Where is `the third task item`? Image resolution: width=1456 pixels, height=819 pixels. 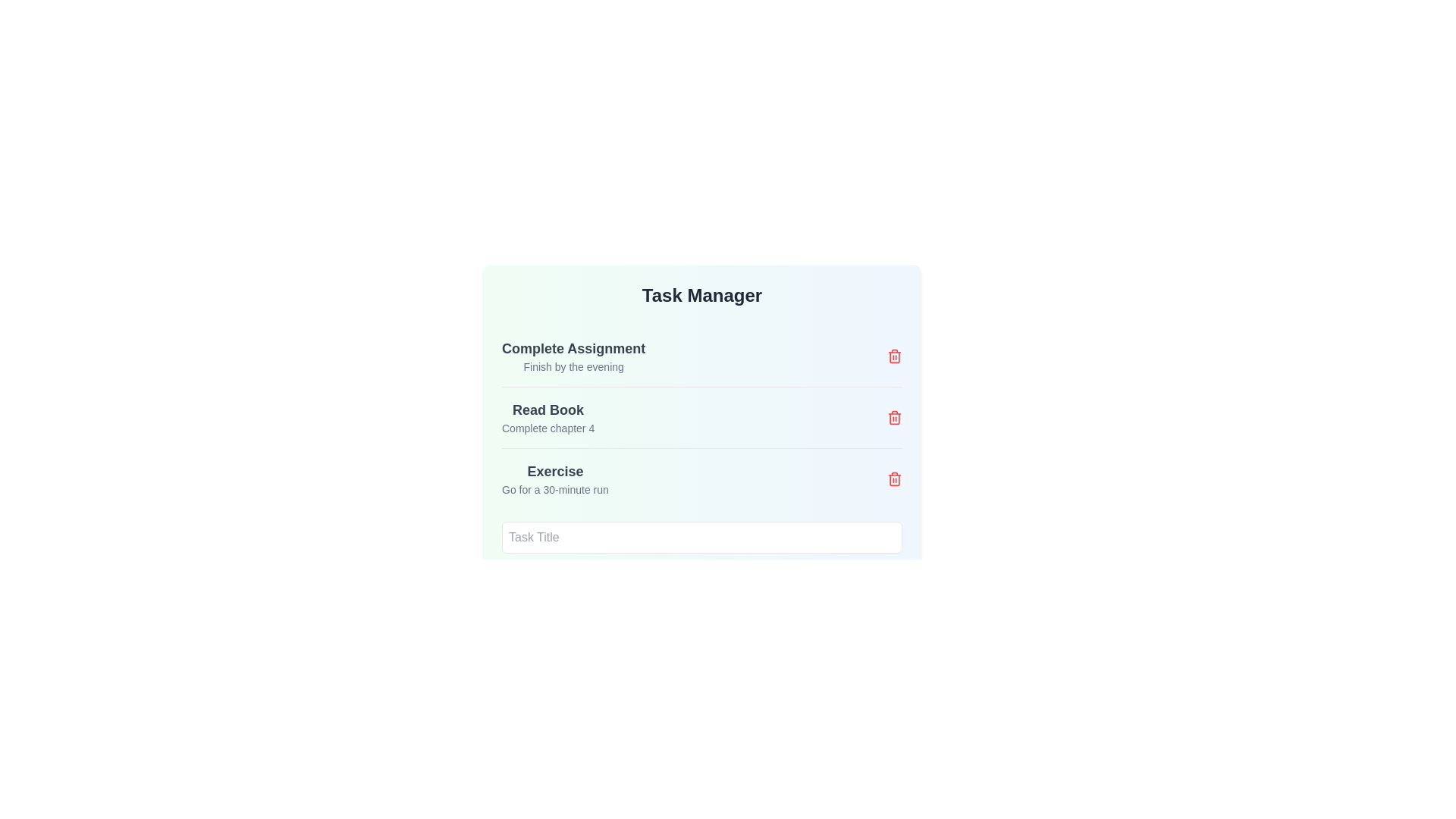
the third task item is located at coordinates (554, 479).